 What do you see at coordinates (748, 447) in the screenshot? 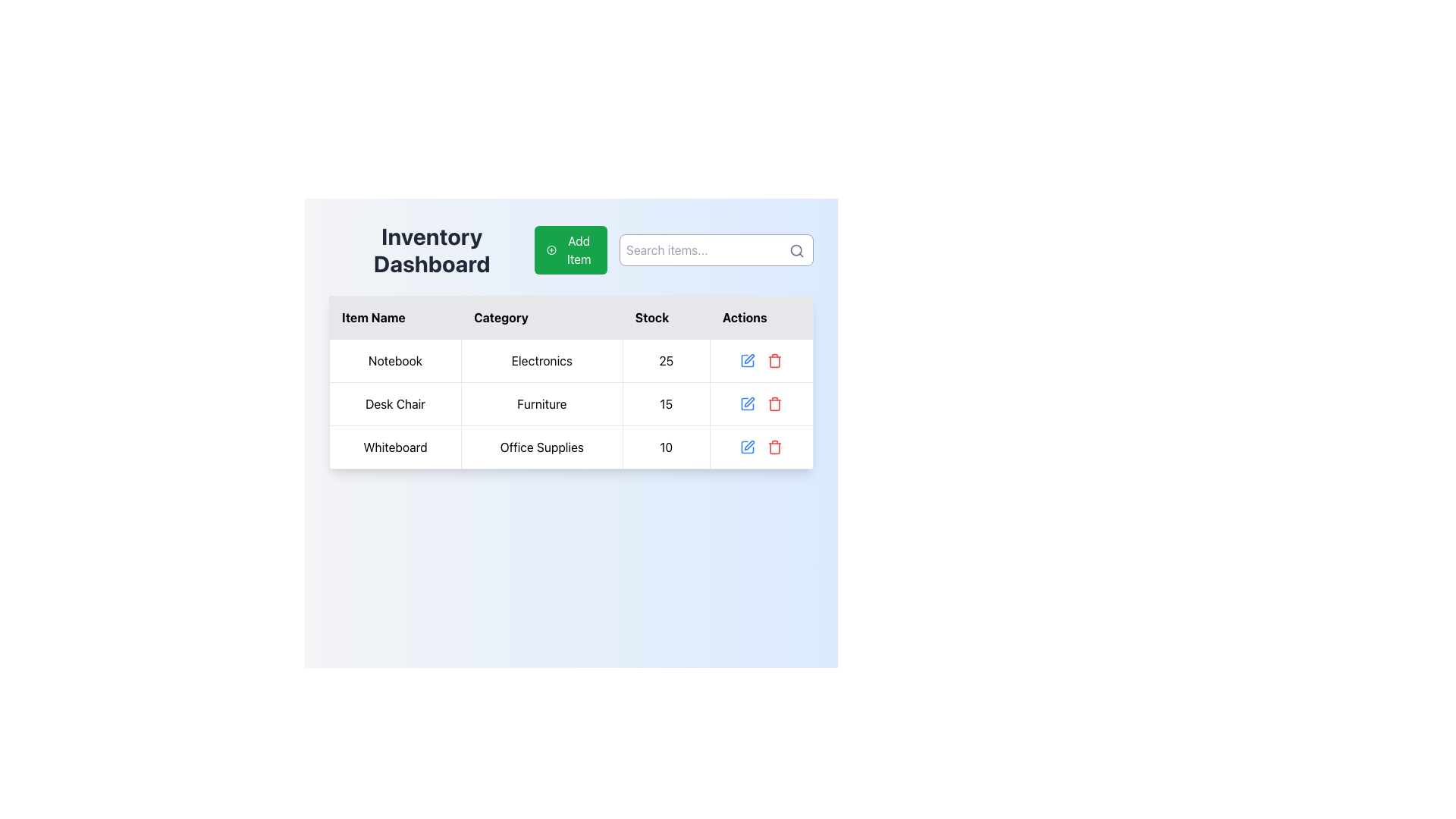
I see `the edit icon in the 'Actions' column of the third row of the table to initiate editing` at bounding box center [748, 447].